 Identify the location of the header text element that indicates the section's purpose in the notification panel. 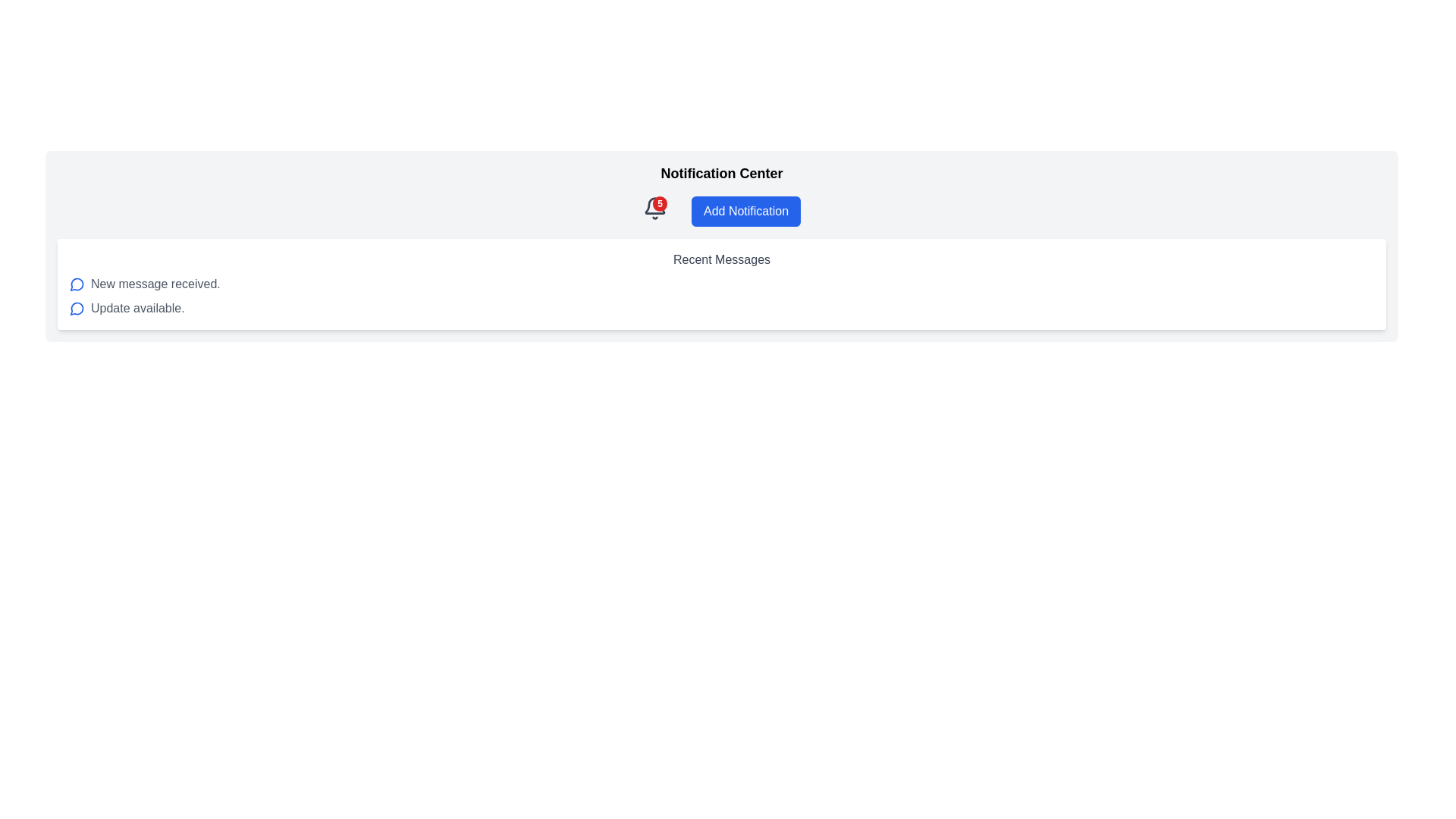
(720, 172).